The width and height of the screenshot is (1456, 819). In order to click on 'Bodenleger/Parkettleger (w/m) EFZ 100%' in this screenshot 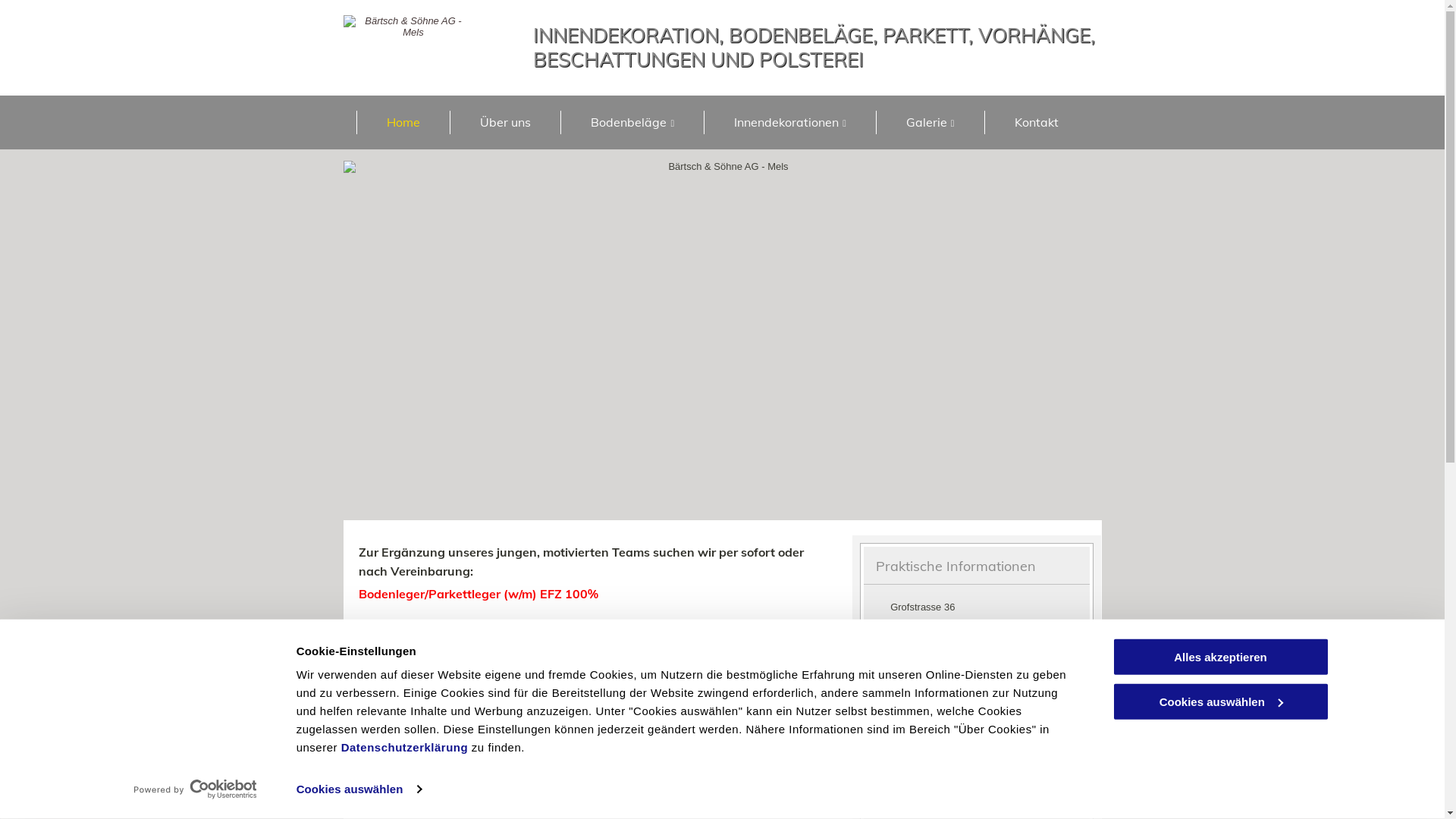, I will do `click(476, 593)`.